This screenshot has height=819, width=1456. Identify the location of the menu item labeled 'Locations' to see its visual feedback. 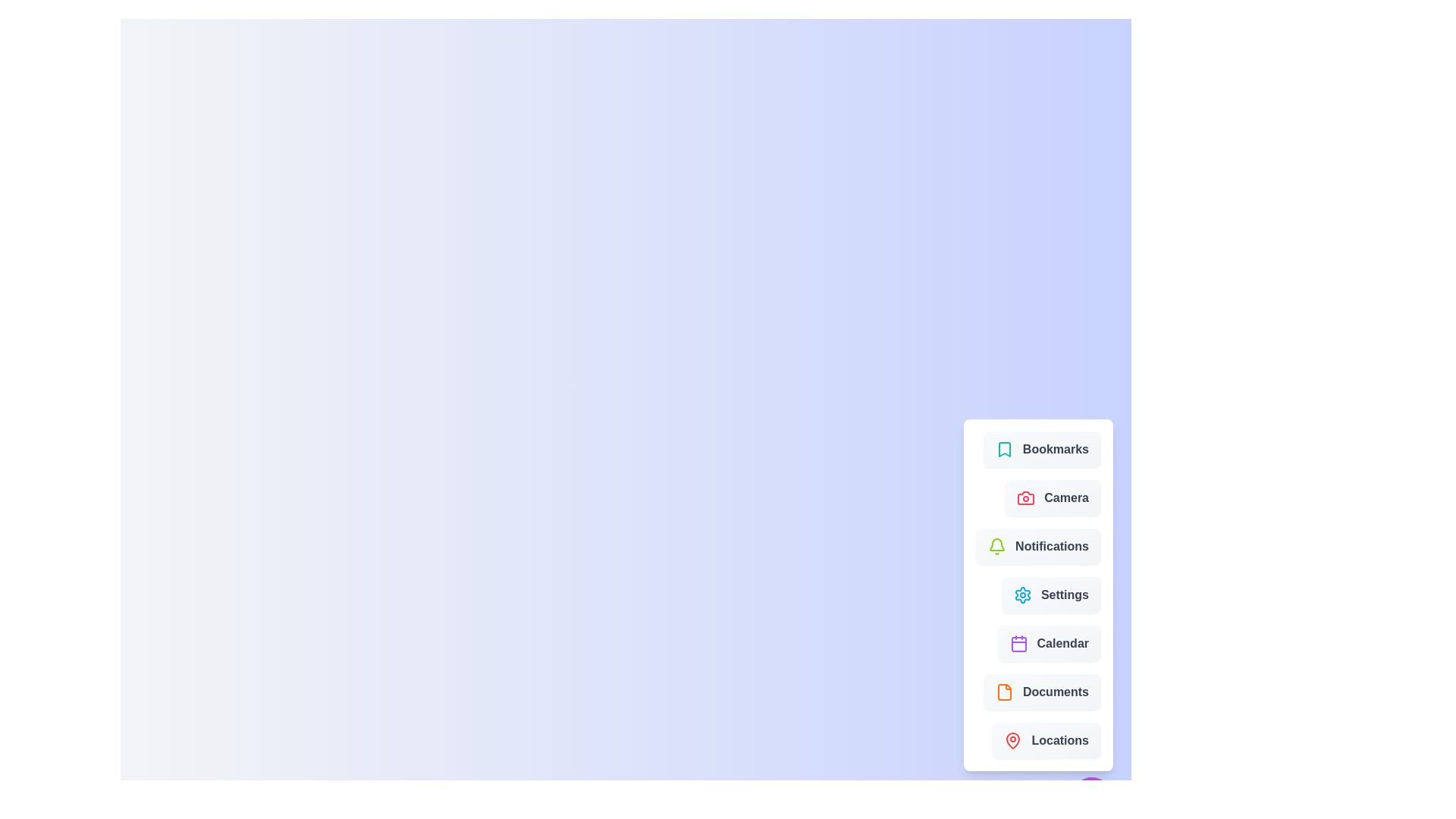
(1046, 739).